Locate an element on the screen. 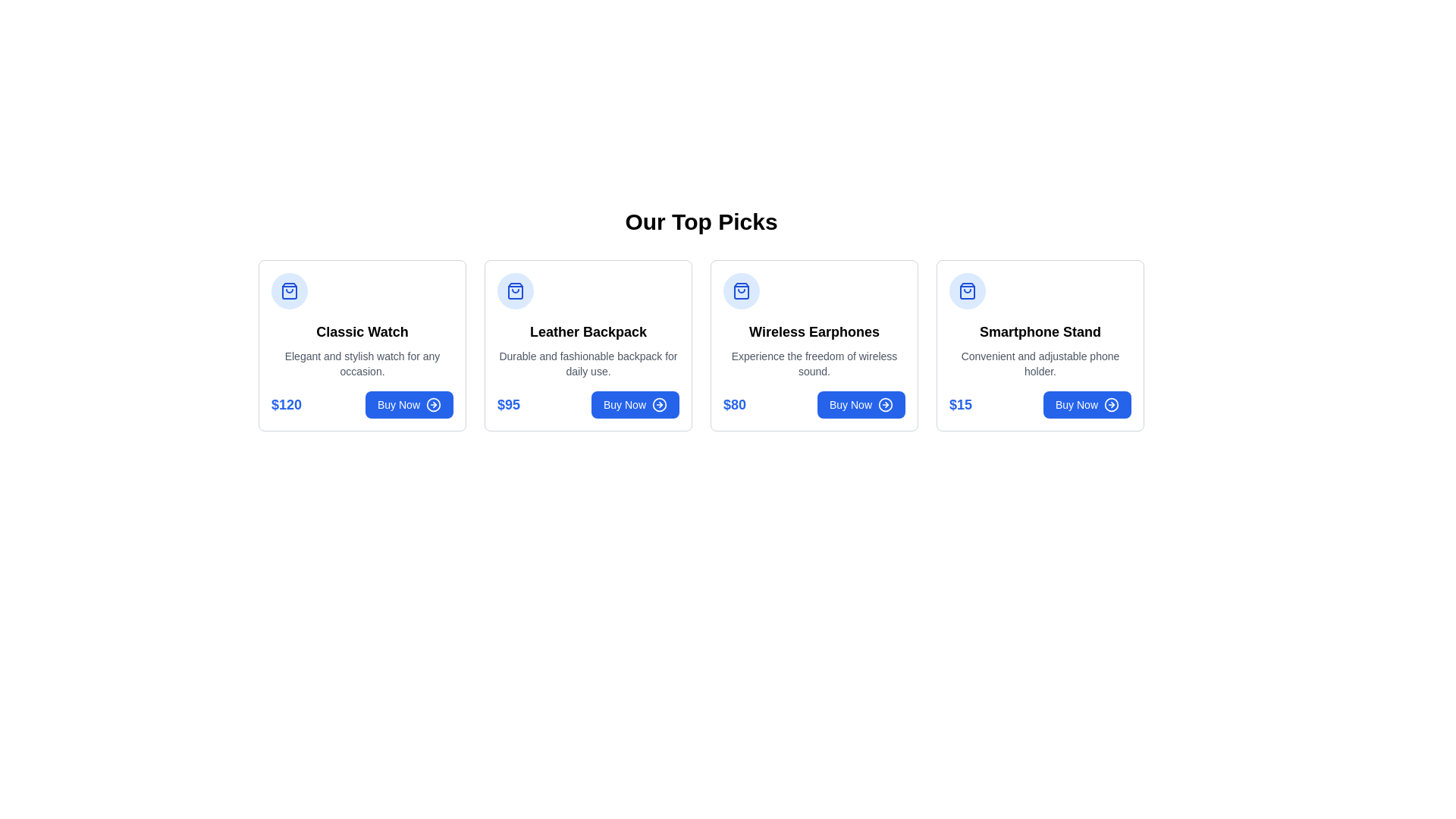  the directional icon within the 'Buy Now' button on the 'Leather Backpack' card, which is the second card in a horizontal layout is located at coordinates (659, 403).